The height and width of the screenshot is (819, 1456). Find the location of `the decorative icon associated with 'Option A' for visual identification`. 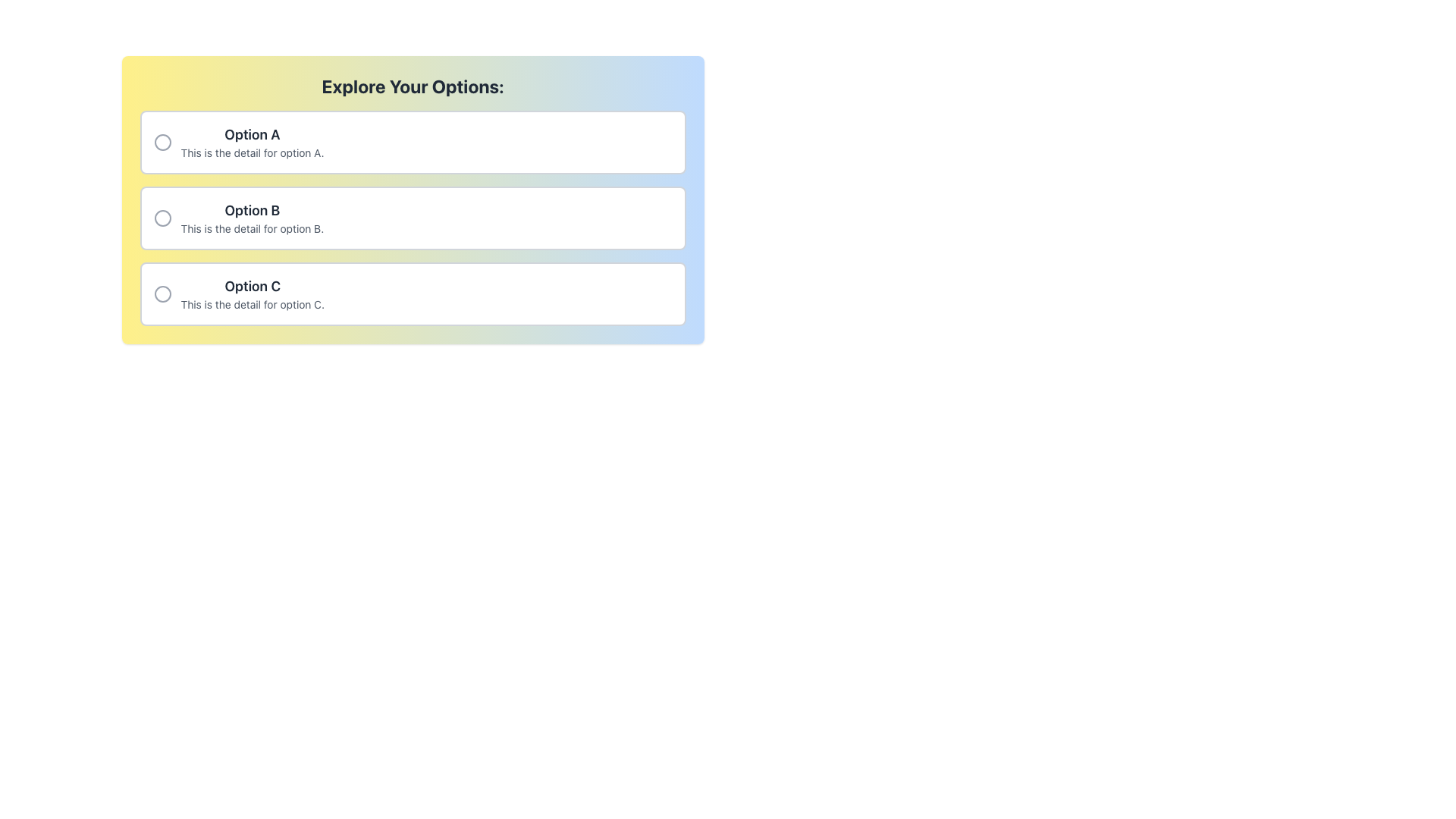

the decorative icon associated with 'Option A' for visual identification is located at coordinates (162, 143).